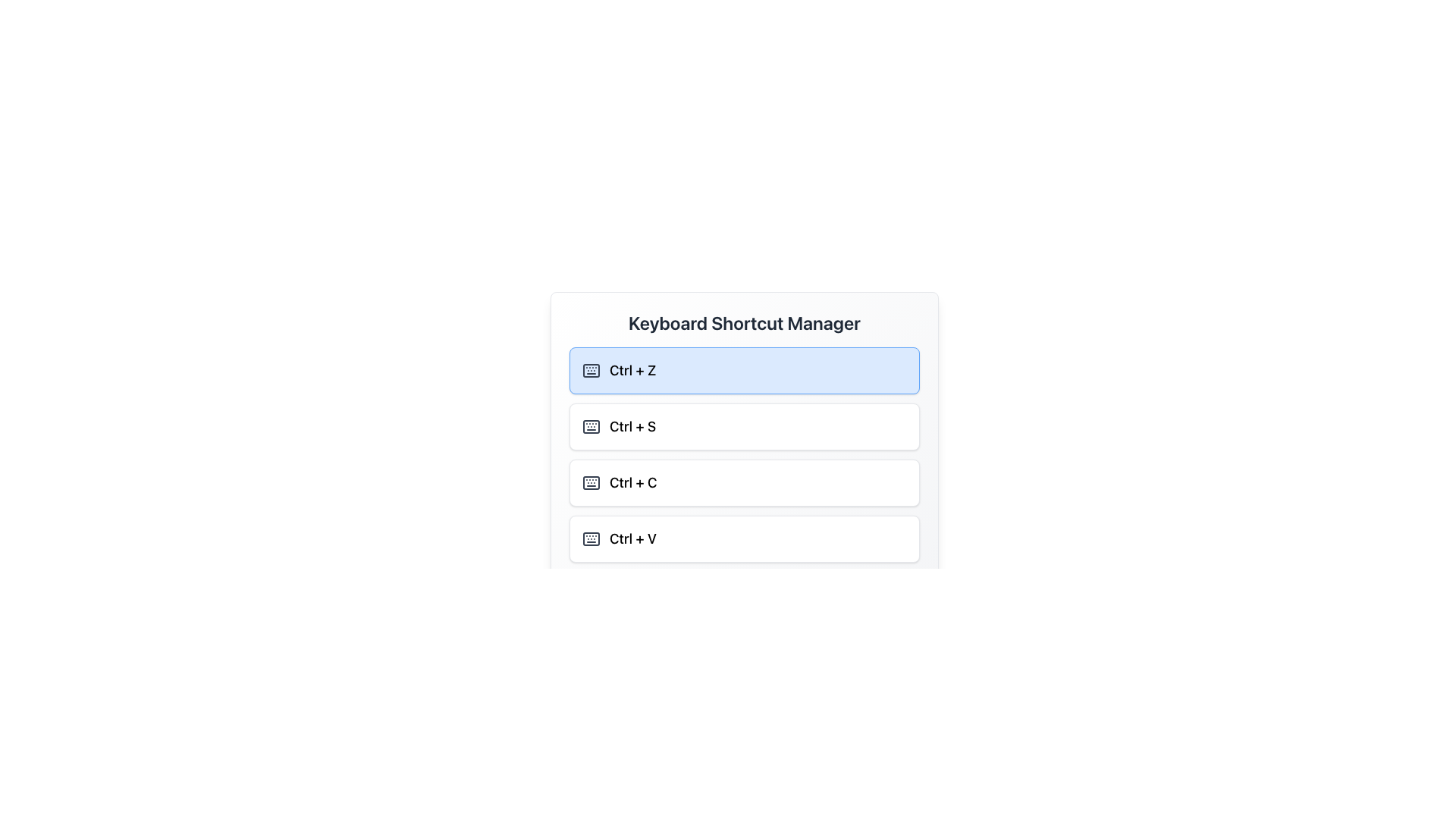 This screenshot has width=1456, height=819. I want to click on the topmost button labeled 'Ctrl + Z' in the Keyboard Shortcut Manager list, so click(745, 371).